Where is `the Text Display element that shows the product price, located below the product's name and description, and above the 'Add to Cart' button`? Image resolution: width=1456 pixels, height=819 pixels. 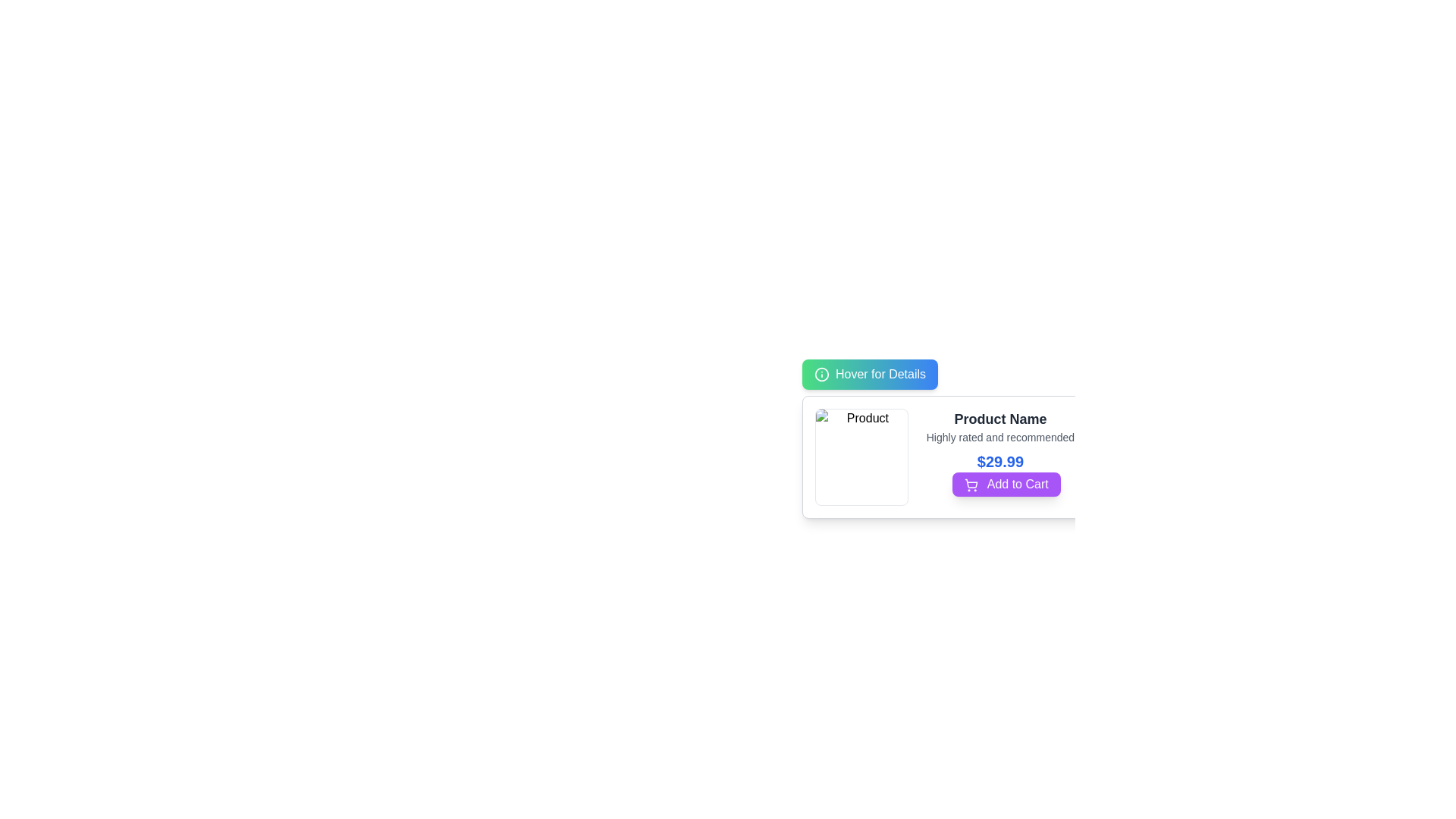 the Text Display element that shows the product price, located below the product's name and description, and above the 'Add to Cart' button is located at coordinates (1000, 461).